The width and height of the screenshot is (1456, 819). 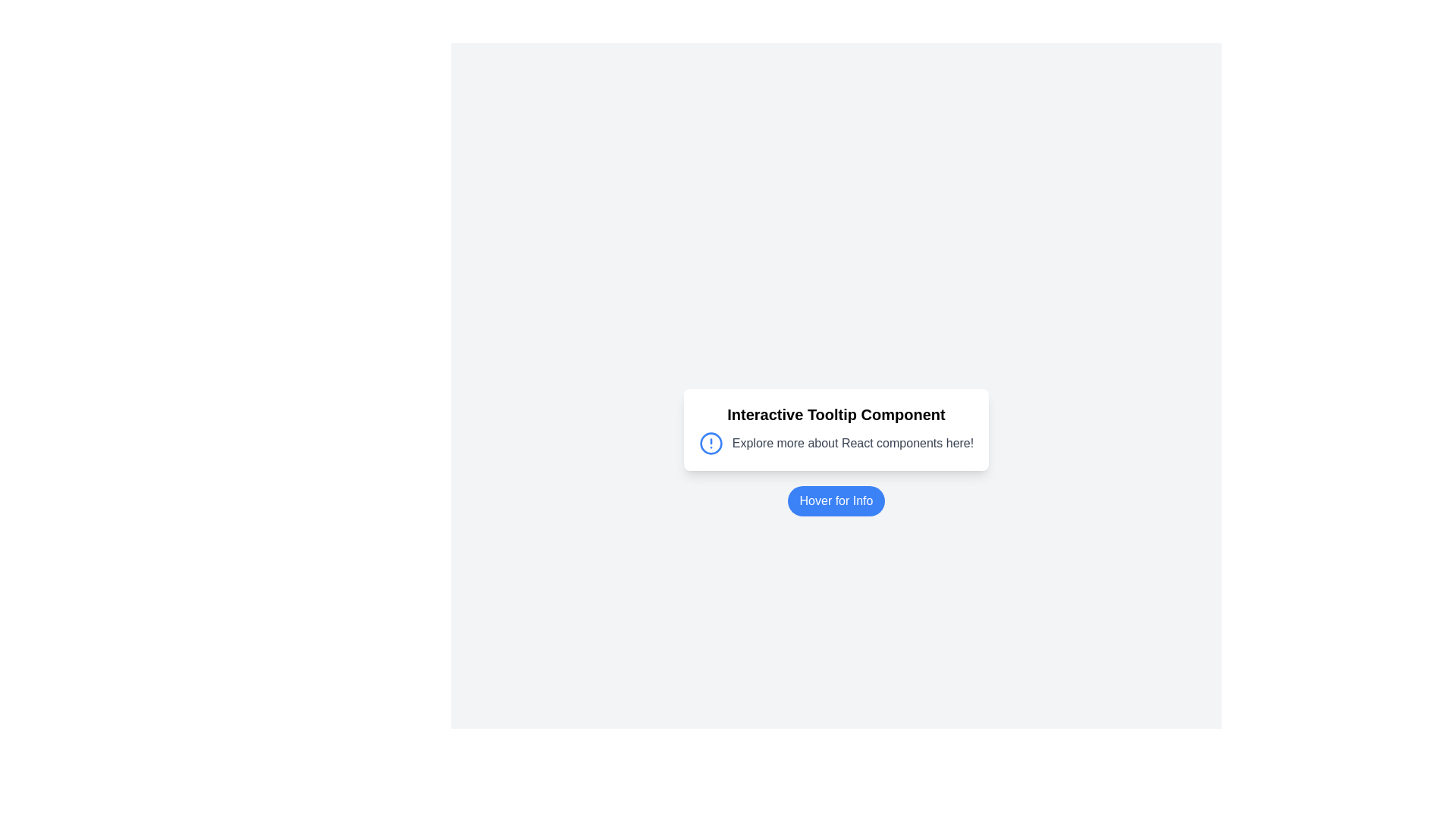 What do you see at coordinates (866, 472) in the screenshot?
I see `the informational tooltip message that appears below the text 'Explore more about React components here!'` at bounding box center [866, 472].